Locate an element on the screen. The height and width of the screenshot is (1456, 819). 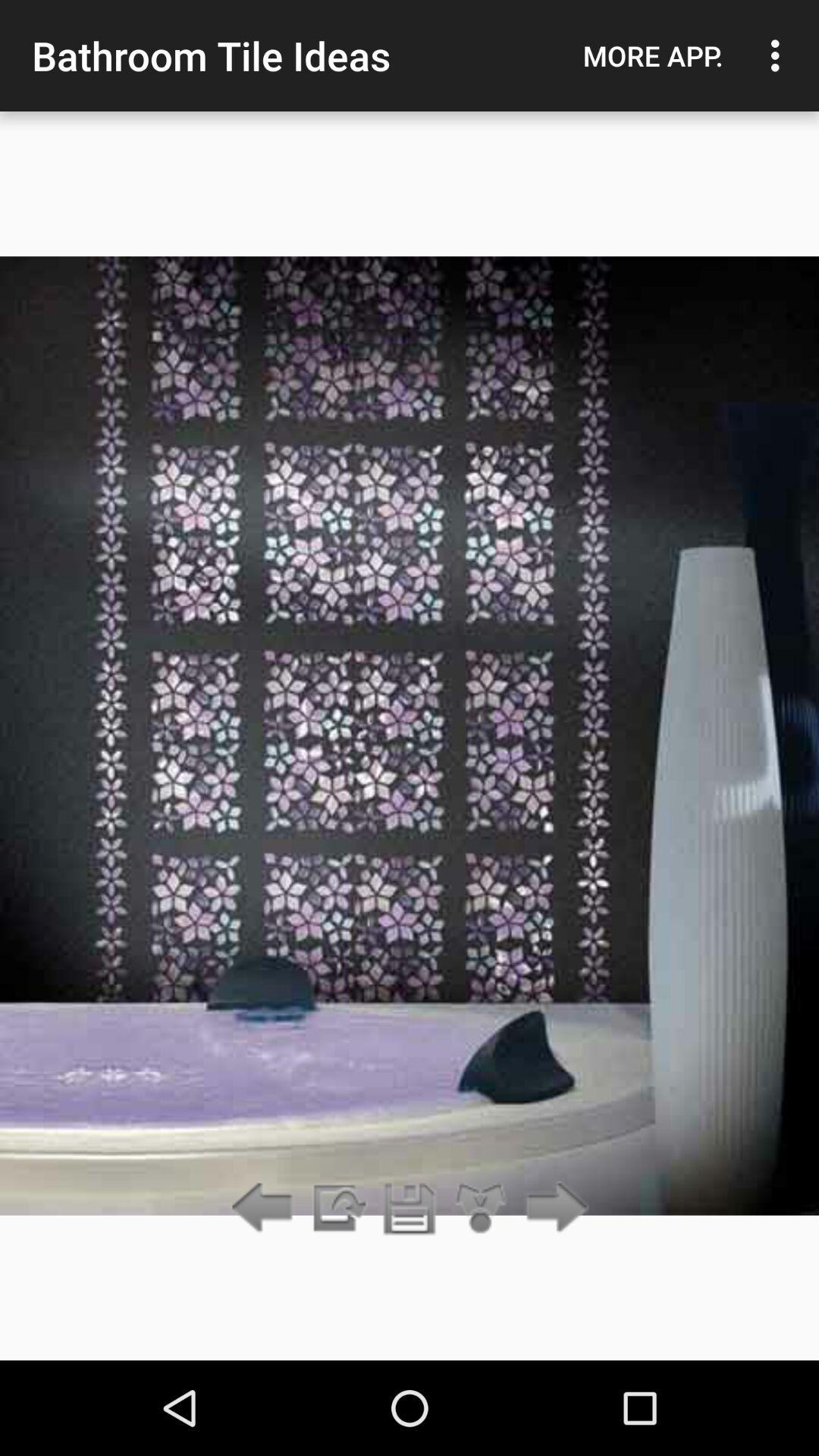
the arrow_forward icon is located at coordinates (553, 1208).